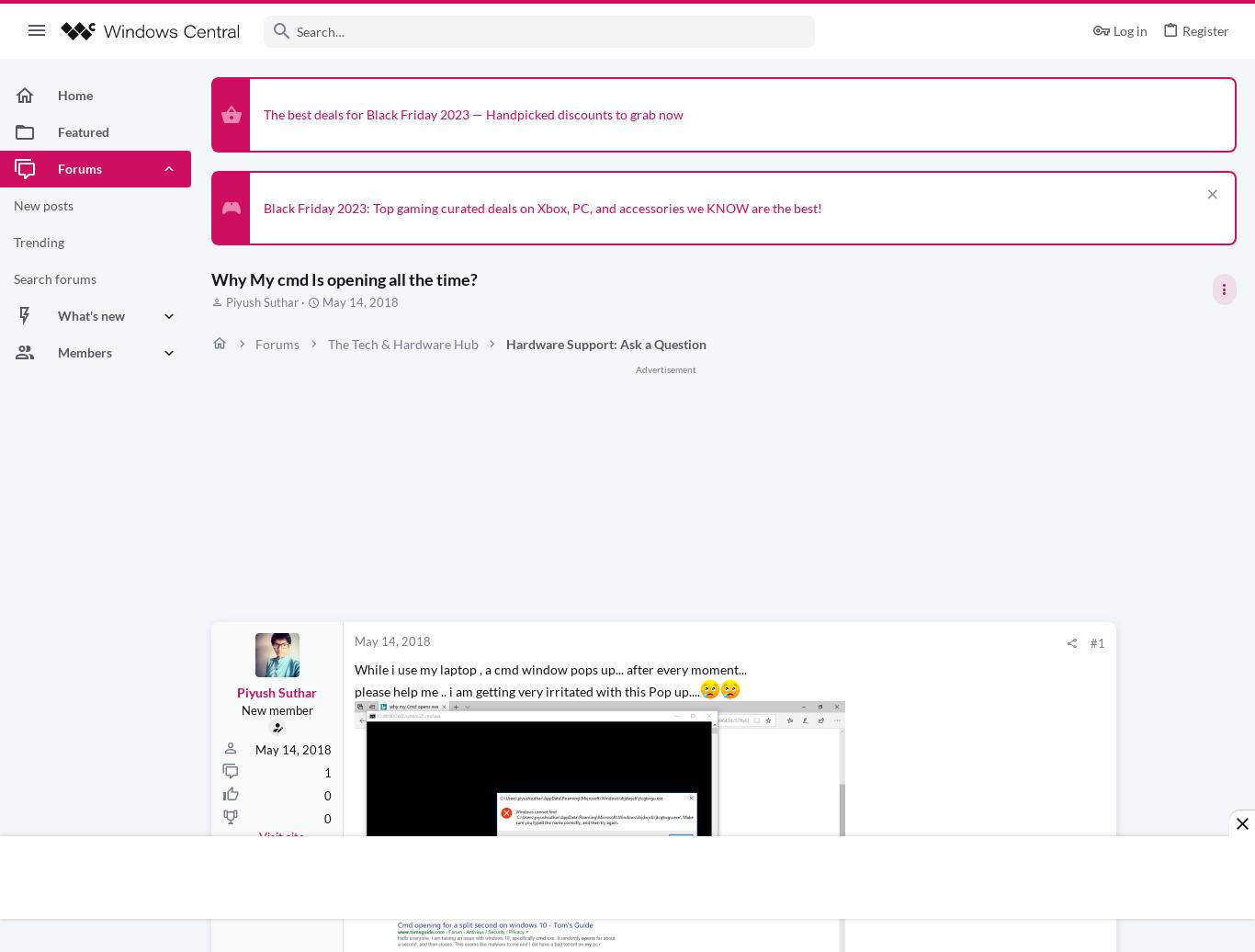  I want to click on 'Home', so click(57, 95).